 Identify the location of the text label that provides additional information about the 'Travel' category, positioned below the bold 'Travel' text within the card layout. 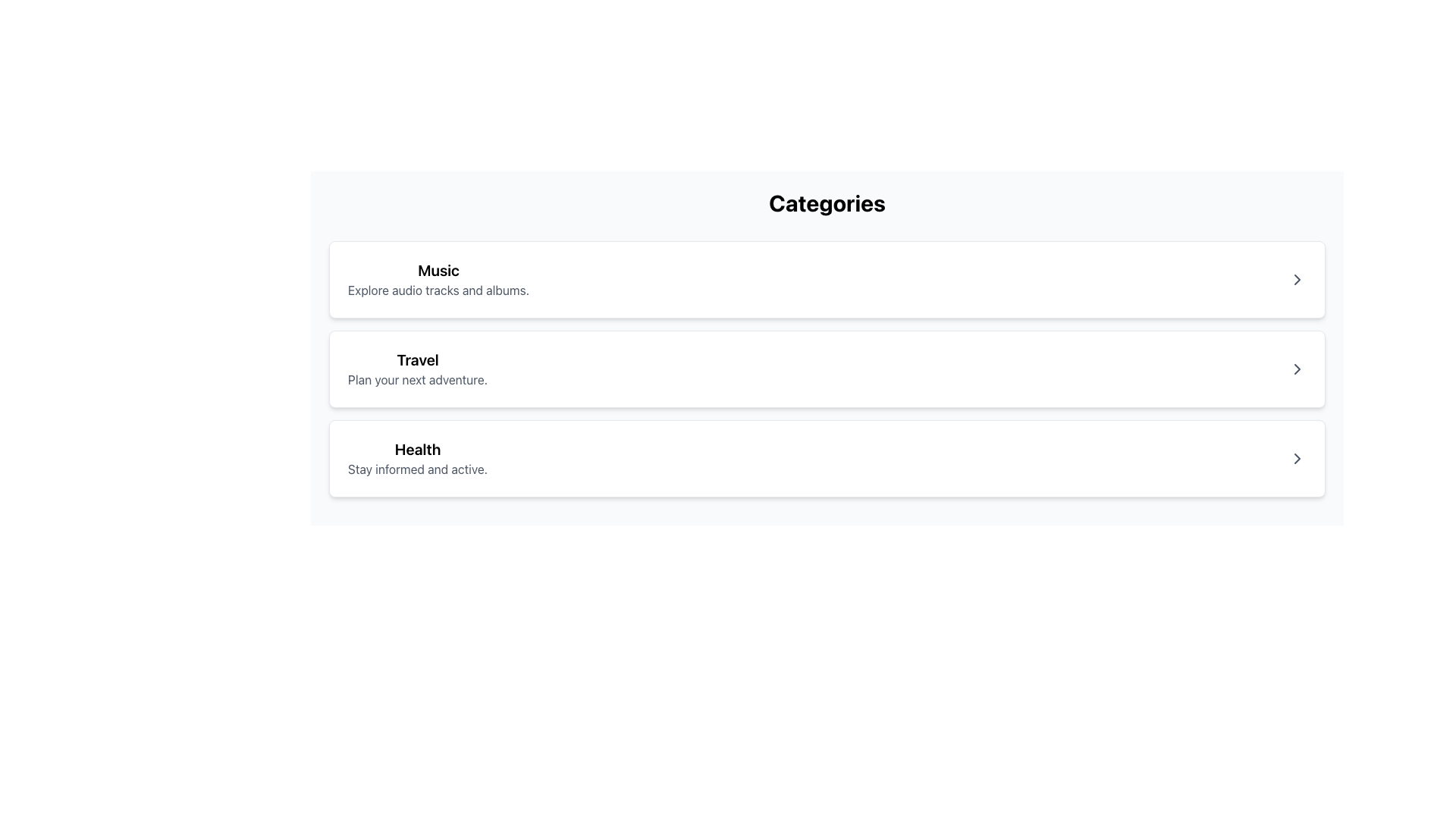
(418, 379).